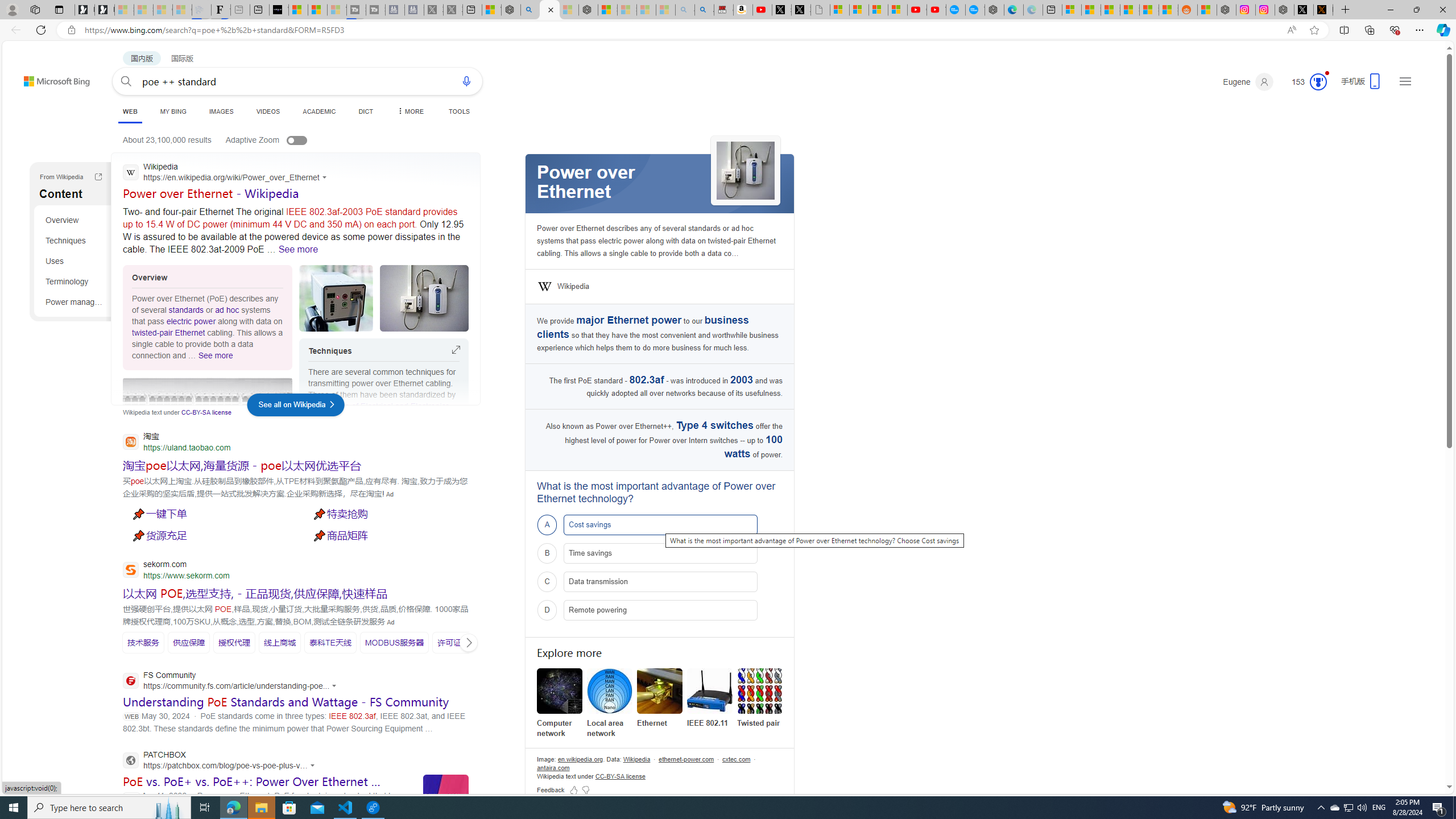 The image size is (1456, 819). I want to click on 'Microsoft Rewards 153', so click(1304, 81).